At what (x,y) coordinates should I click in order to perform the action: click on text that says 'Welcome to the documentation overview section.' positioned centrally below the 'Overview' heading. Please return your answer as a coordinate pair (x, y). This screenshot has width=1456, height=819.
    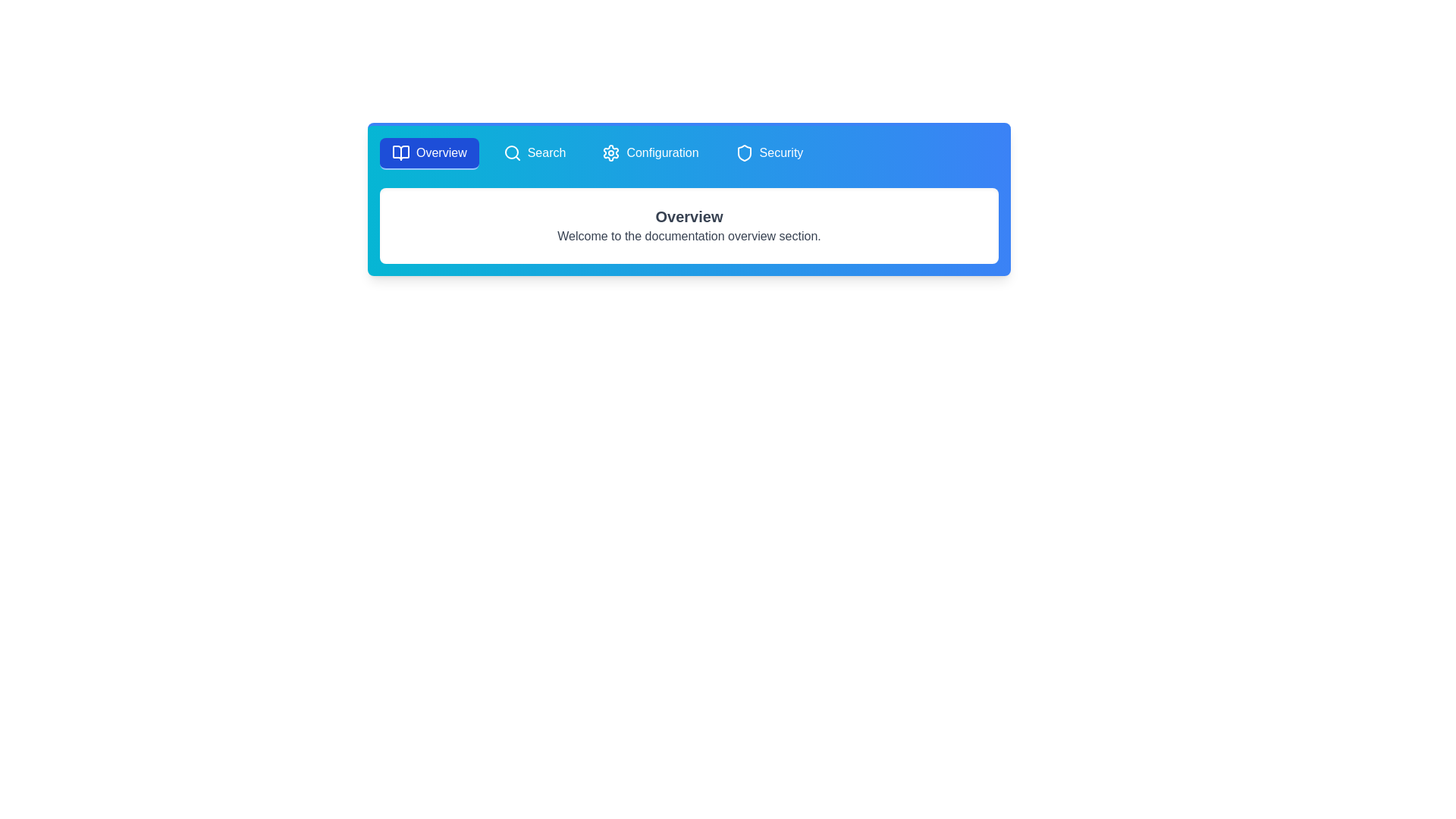
    Looking at the image, I should click on (688, 237).